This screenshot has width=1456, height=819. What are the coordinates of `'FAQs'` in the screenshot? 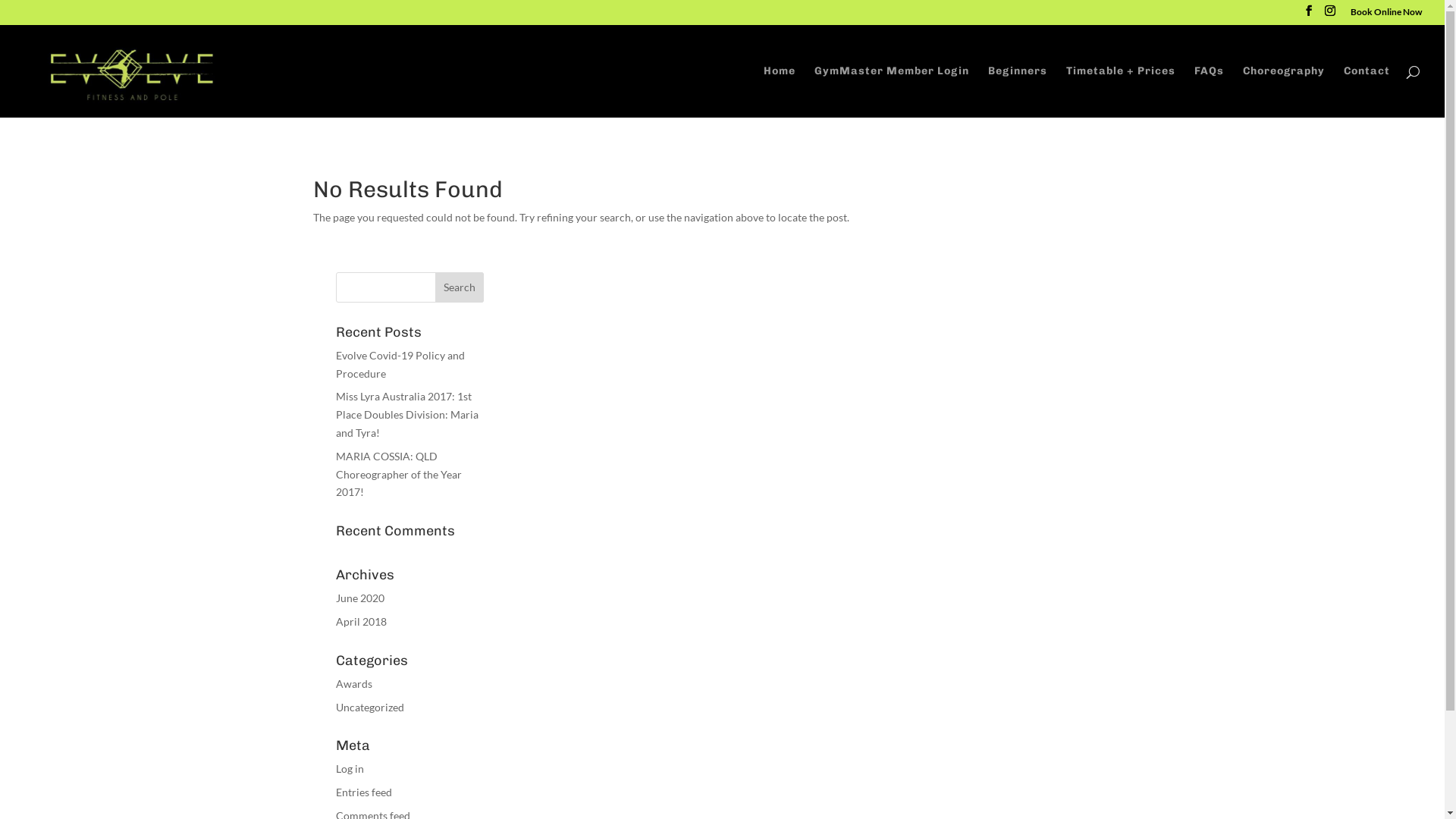 It's located at (1208, 90).